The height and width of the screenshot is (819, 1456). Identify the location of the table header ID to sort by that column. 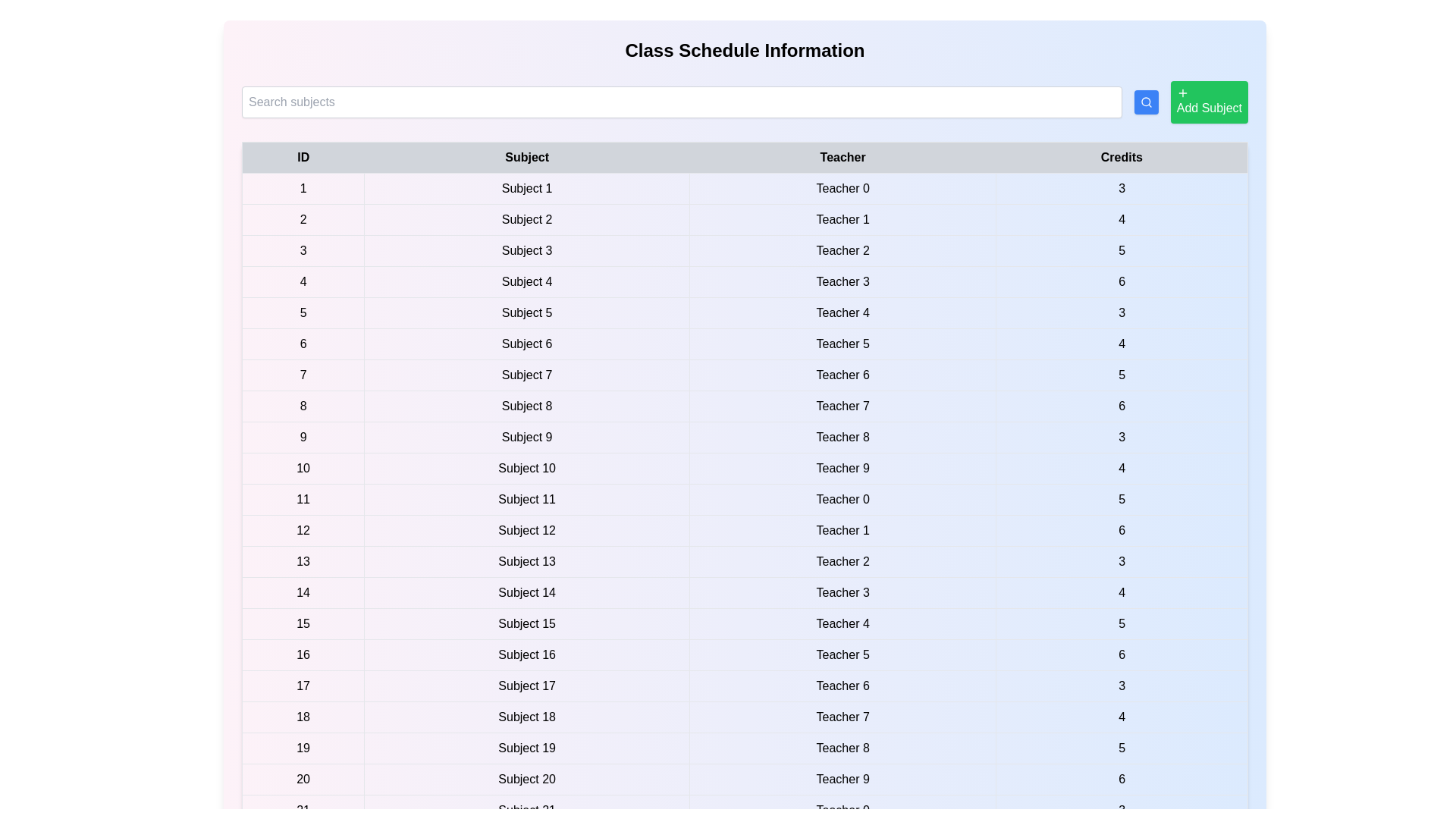
(303, 158).